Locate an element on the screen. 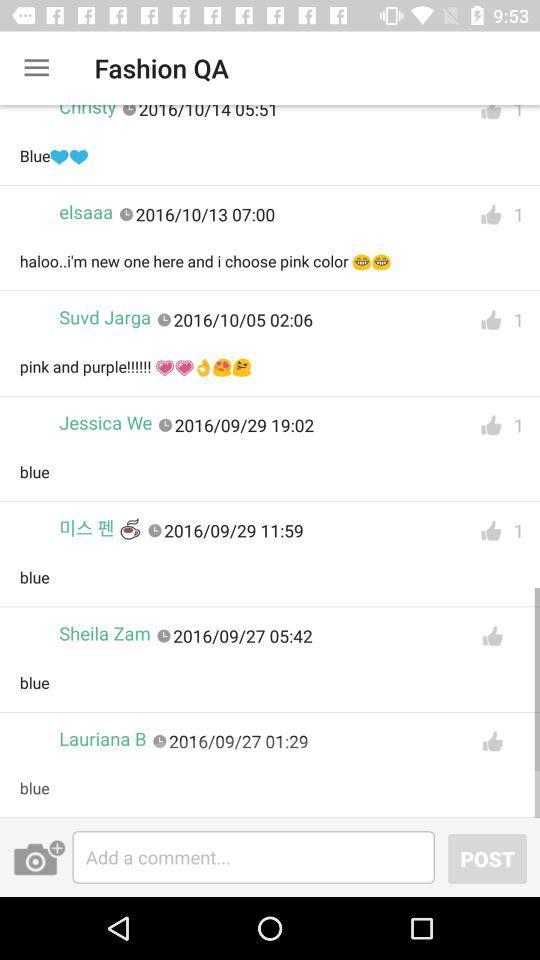 This screenshot has width=540, height=960. leave a comment is located at coordinates (253, 856).